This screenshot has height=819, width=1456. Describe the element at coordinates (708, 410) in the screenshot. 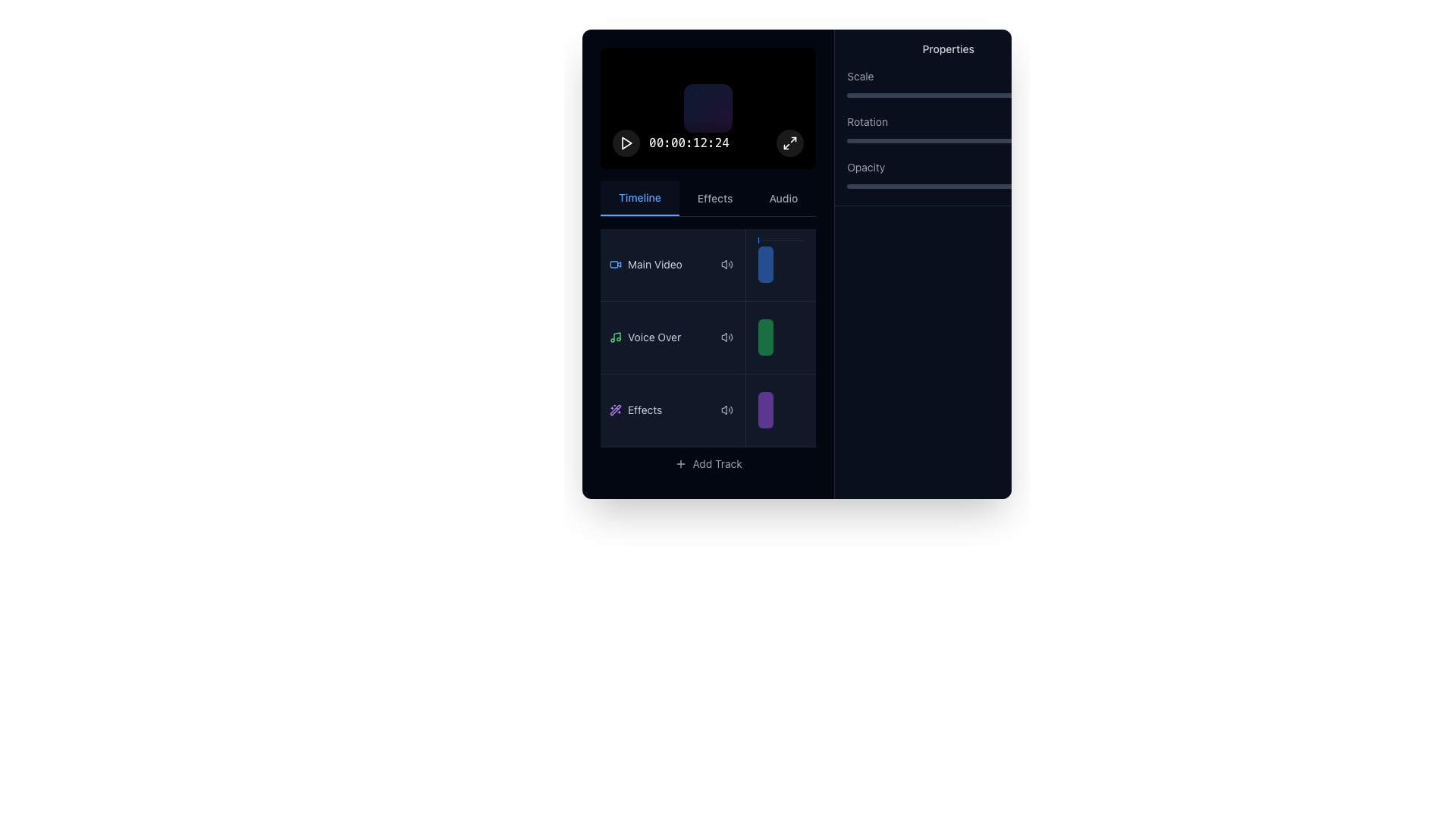

I see `the 'Effects' horizontal list item located` at that location.